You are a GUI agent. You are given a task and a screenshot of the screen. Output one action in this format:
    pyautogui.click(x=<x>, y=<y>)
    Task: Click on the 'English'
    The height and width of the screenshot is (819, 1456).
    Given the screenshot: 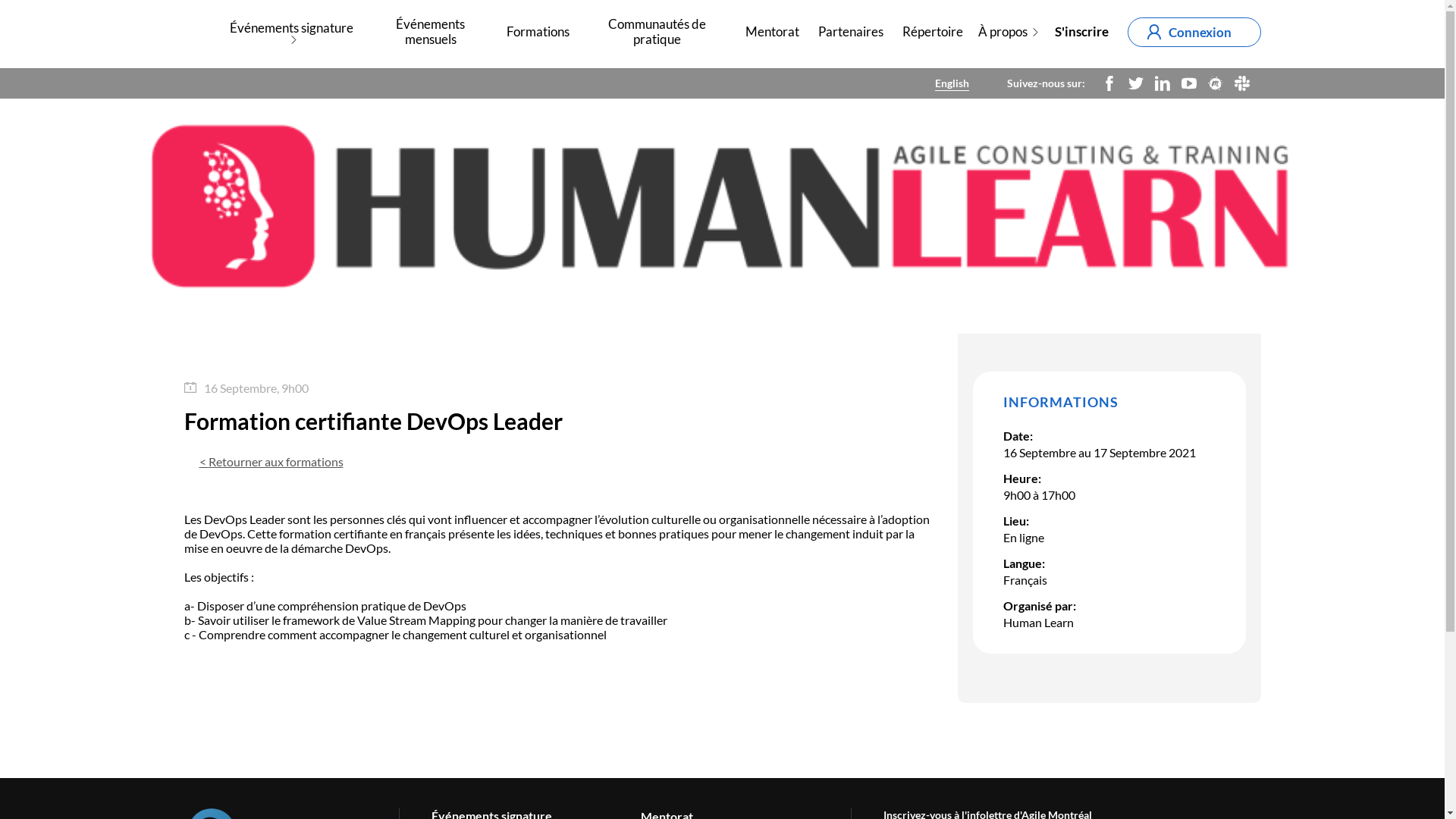 What is the action you would take?
    pyautogui.click(x=950, y=83)
    